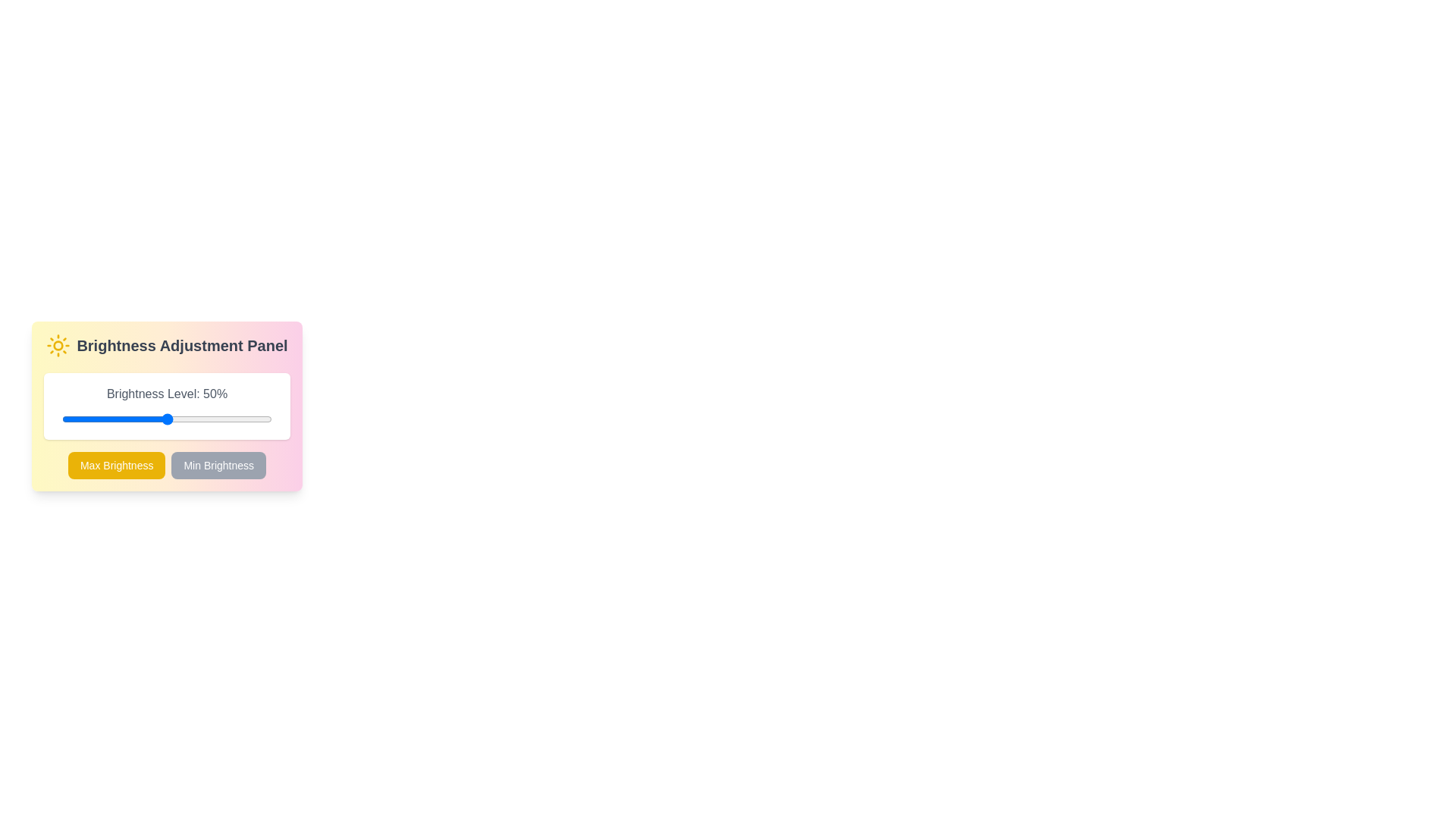 This screenshot has height=819, width=1456. What do you see at coordinates (150, 419) in the screenshot?
I see `the brightness by dragging the slider to 42%` at bounding box center [150, 419].